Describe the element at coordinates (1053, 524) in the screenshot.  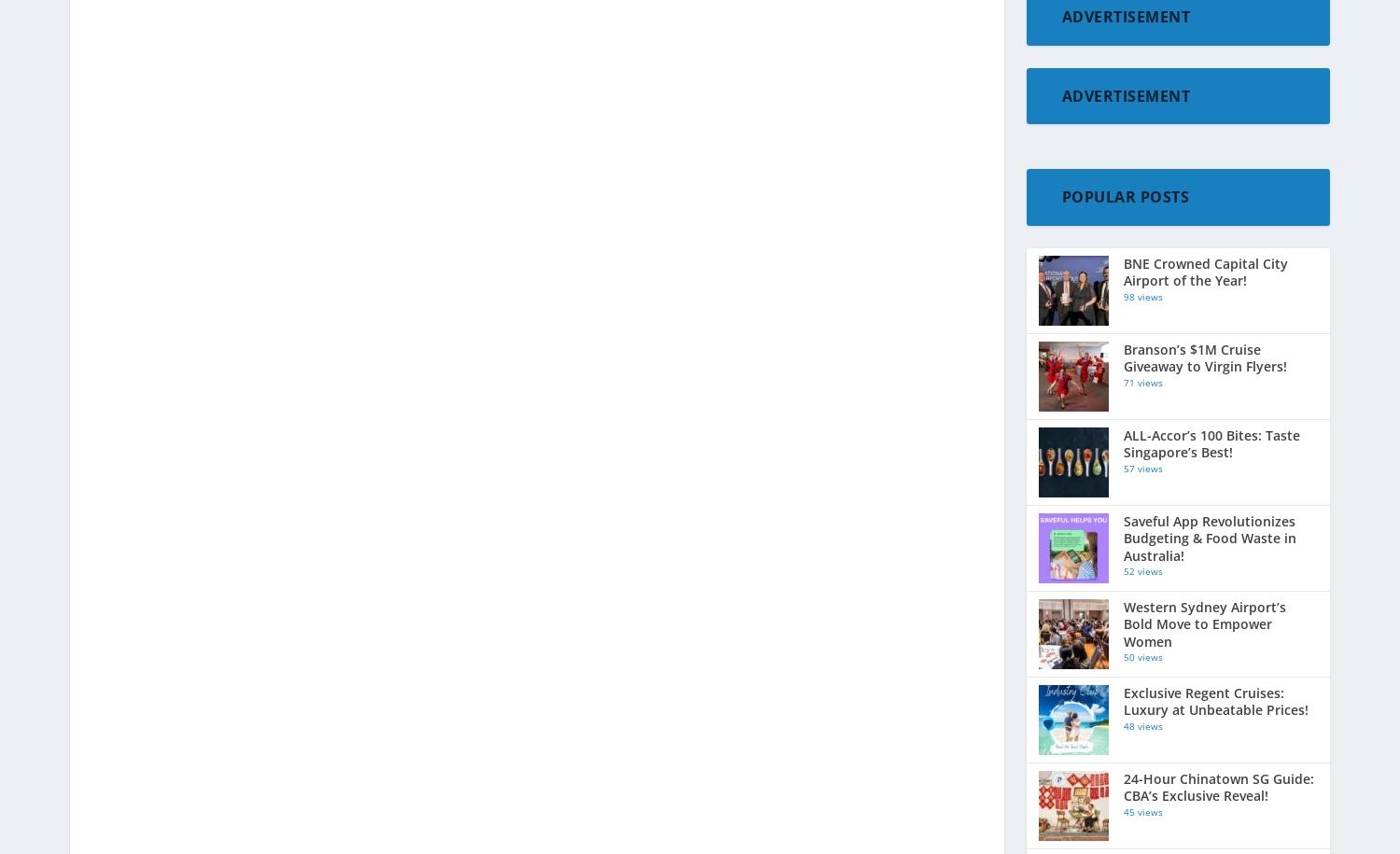
I see `'Mice'` at that location.